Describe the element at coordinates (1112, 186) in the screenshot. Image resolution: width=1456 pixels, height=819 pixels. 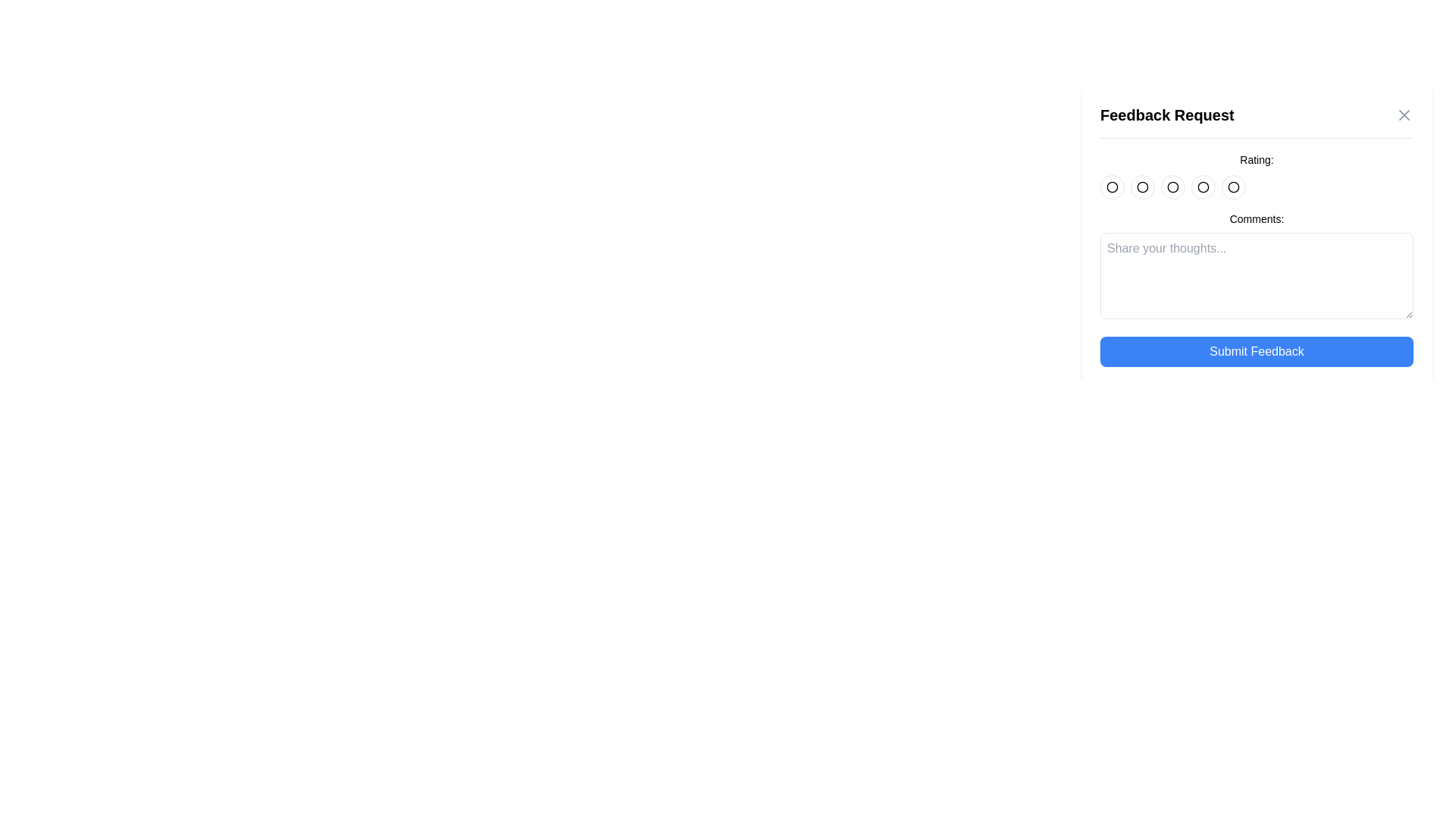
I see `the first circular radio button with a black border in the 'Rating' section of the 'Feedback Request' dialog box` at that location.